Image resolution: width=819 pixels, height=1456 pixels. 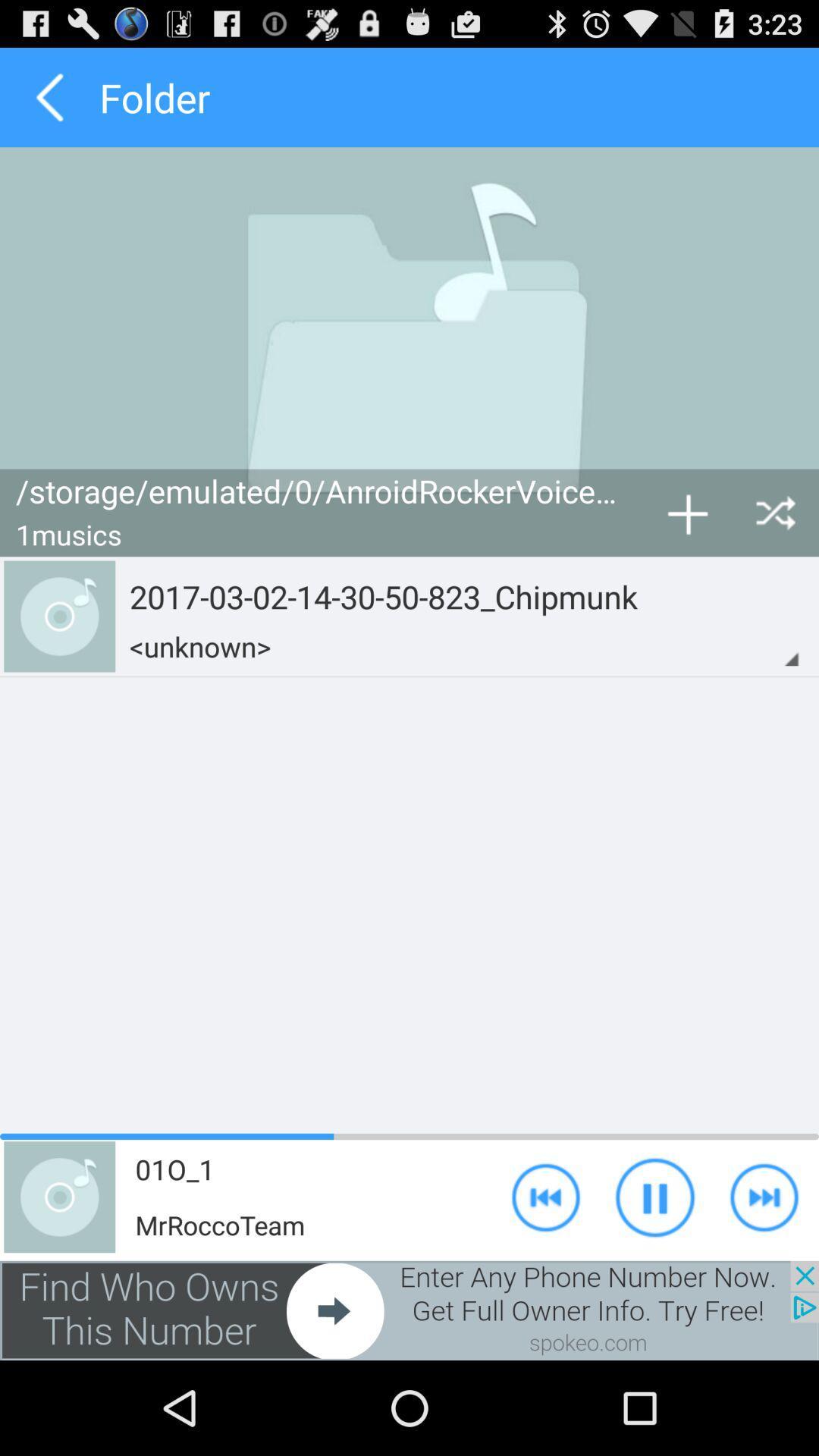 I want to click on the option, so click(x=687, y=513).